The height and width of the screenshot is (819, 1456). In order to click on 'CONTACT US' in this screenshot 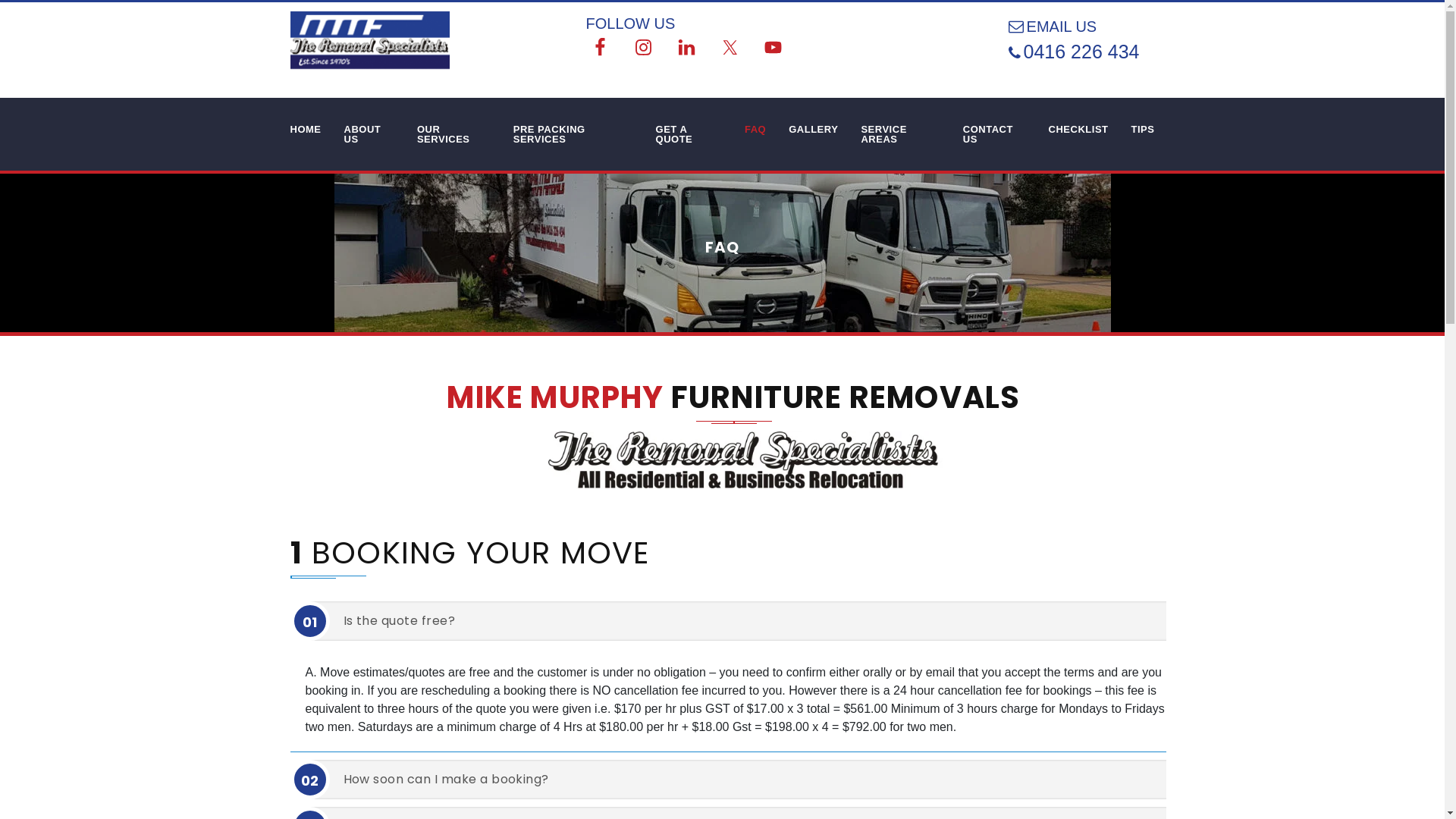, I will do `click(994, 133)`.